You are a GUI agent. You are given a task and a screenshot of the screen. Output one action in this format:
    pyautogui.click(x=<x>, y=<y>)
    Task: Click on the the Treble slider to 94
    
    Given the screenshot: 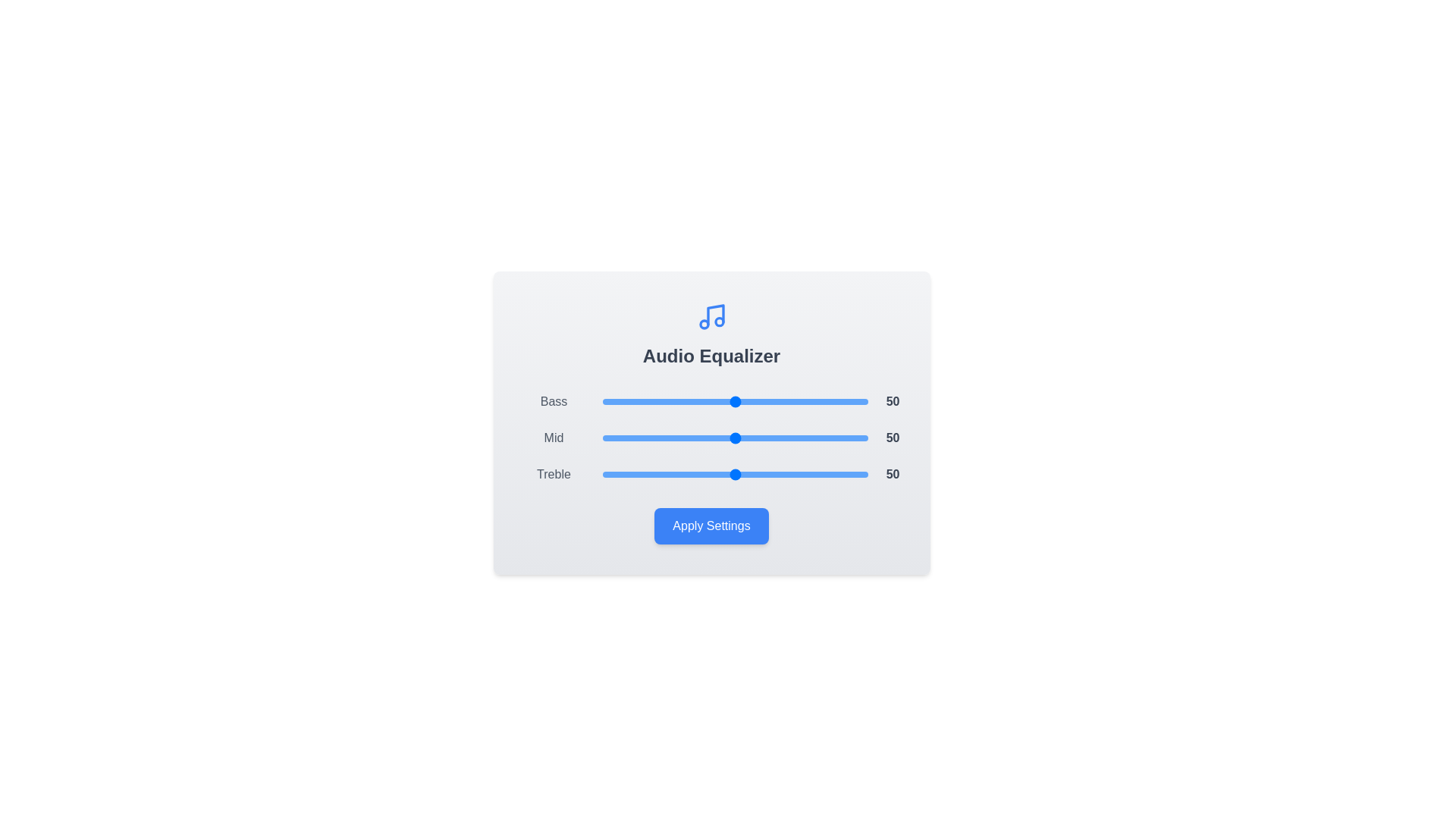 What is the action you would take?
    pyautogui.click(x=852, y=473)
    